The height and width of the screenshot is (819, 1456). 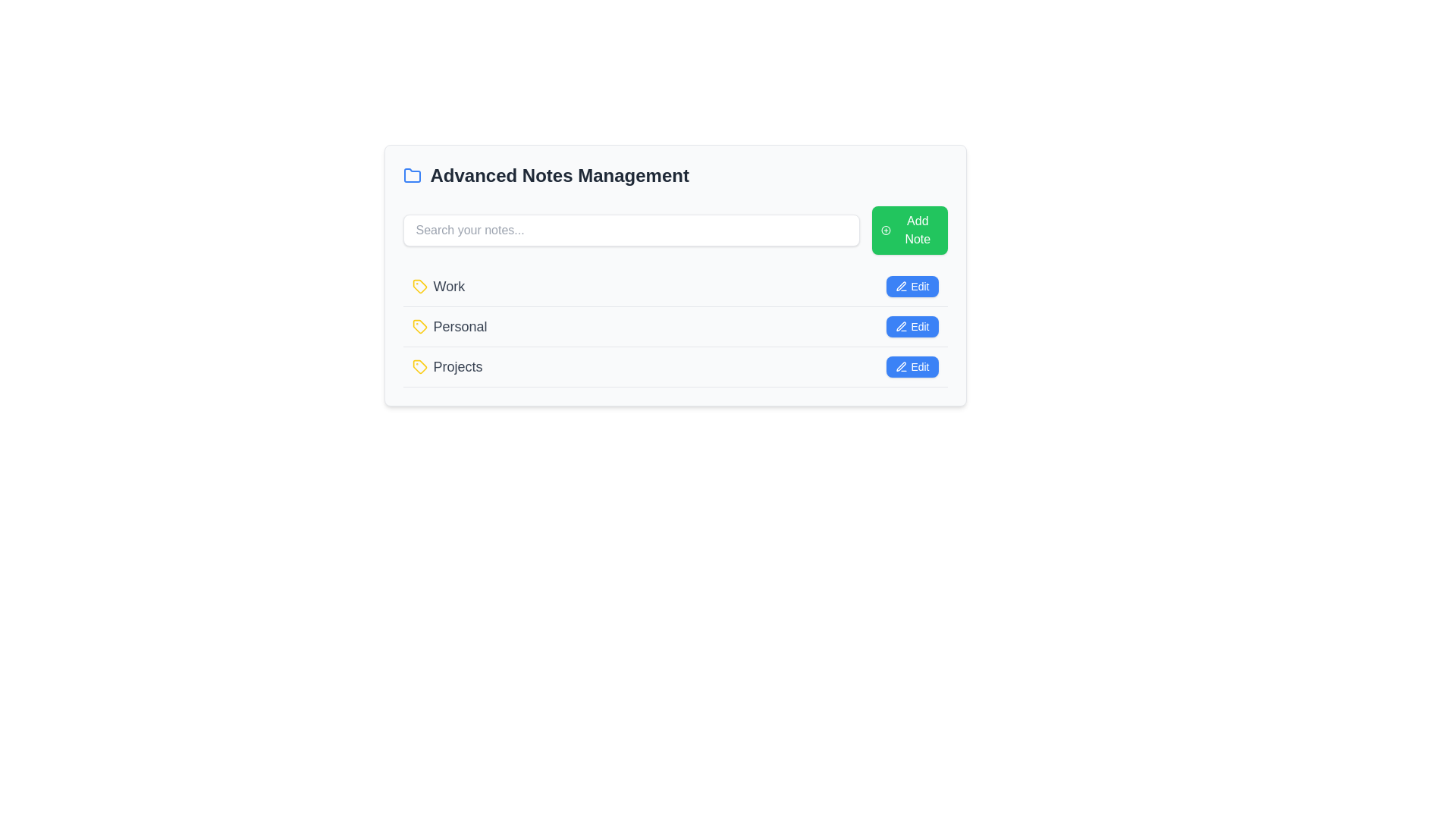 I want to click on the 'Projects' List Item with Button, so click(x=674, y=367).